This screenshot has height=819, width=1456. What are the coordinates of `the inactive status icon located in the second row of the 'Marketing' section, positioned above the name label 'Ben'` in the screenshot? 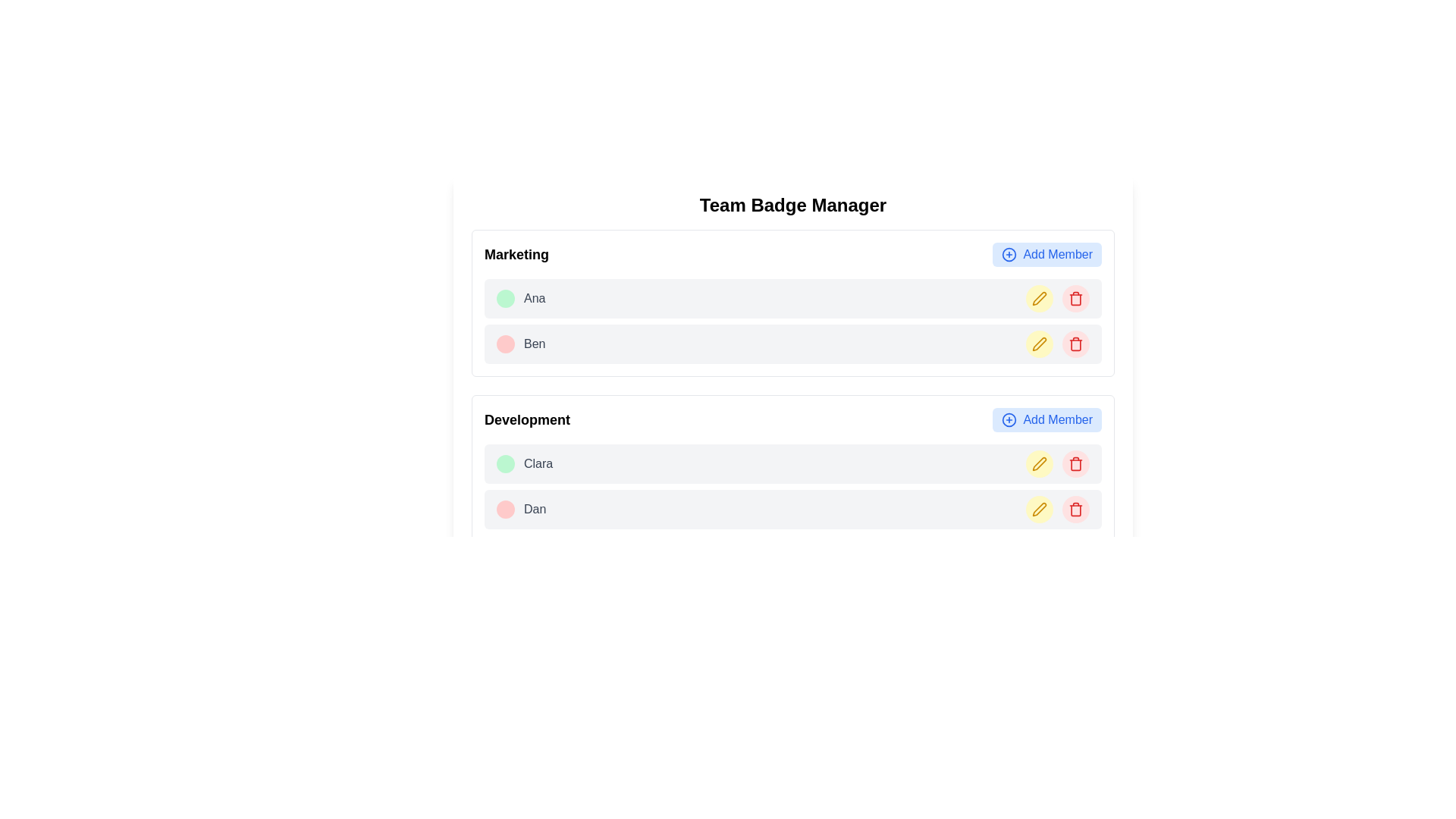 It's located at (514, 347).